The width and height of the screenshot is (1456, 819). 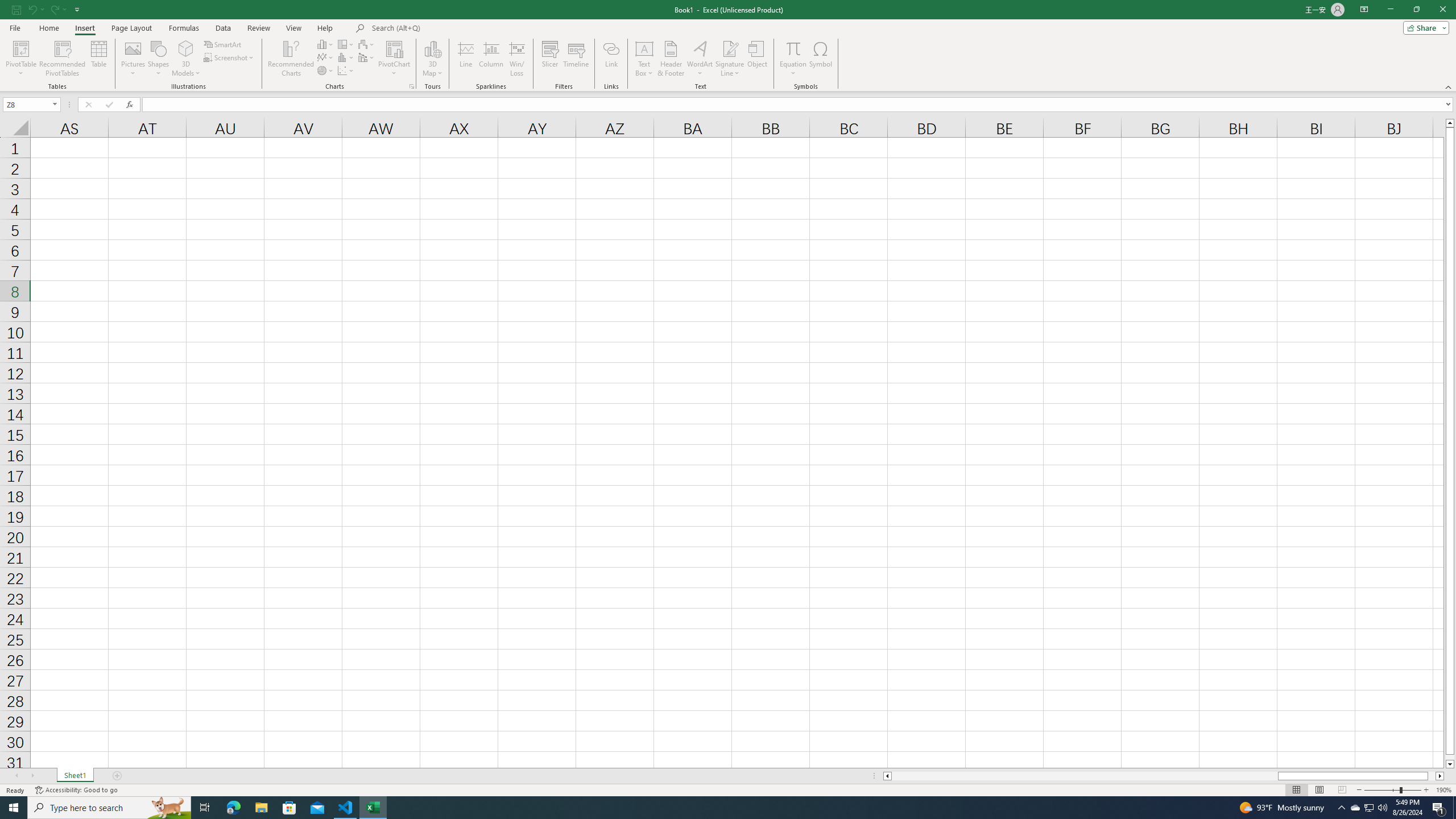 I want to click on 'Win/Loss', so click(x=516, y=59).